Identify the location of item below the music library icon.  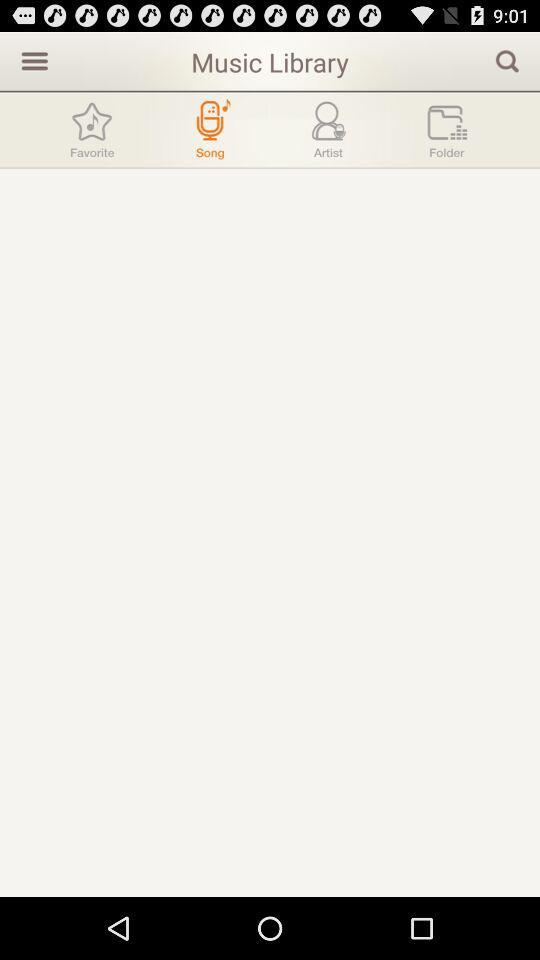
(209, 128).